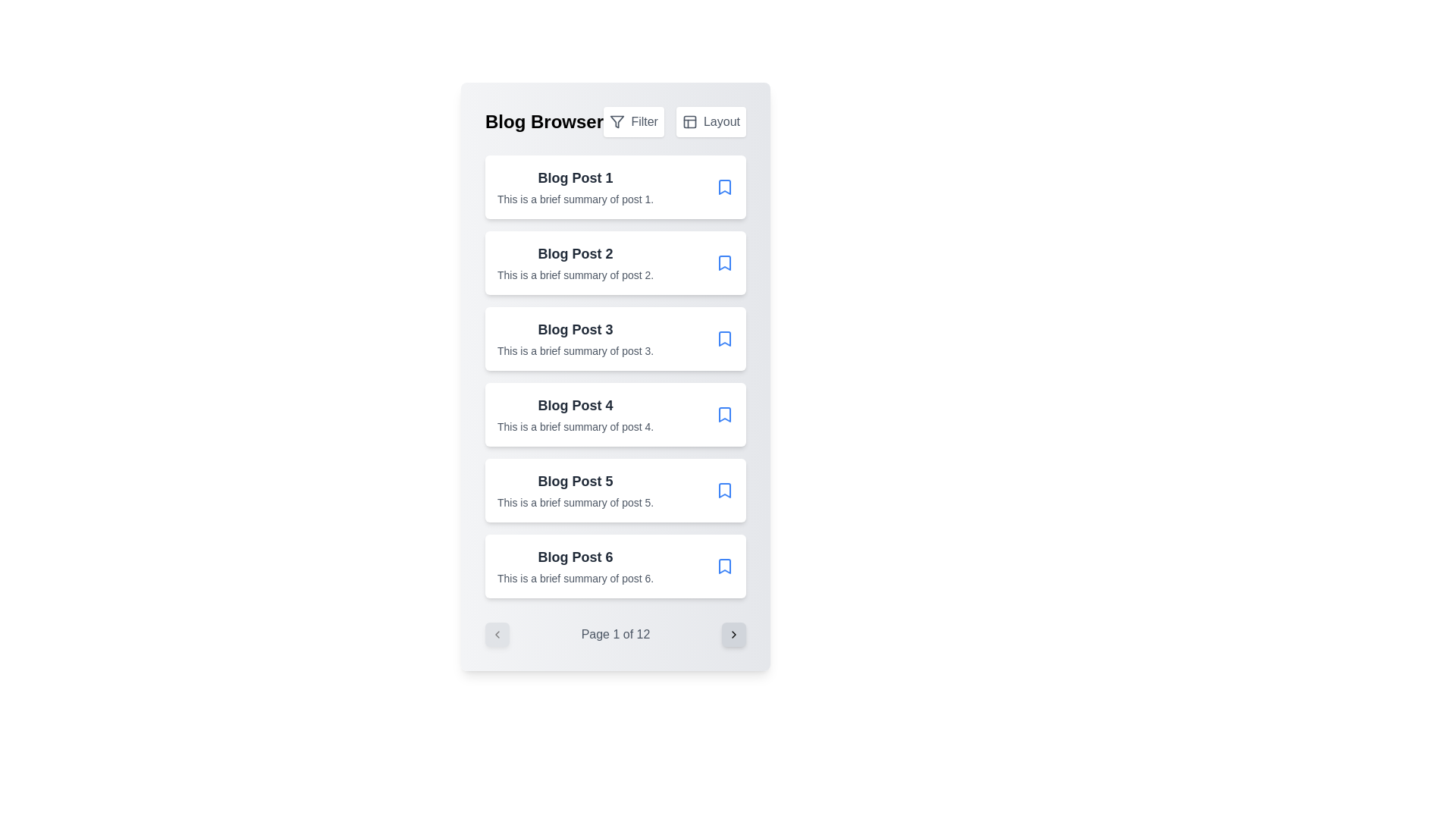 The height and width of the screenshot is (819, 1456). I want to click on the bookmark icon associated with 'Blog Post 3' to bookmark the post for future reference, so click(723, 338).